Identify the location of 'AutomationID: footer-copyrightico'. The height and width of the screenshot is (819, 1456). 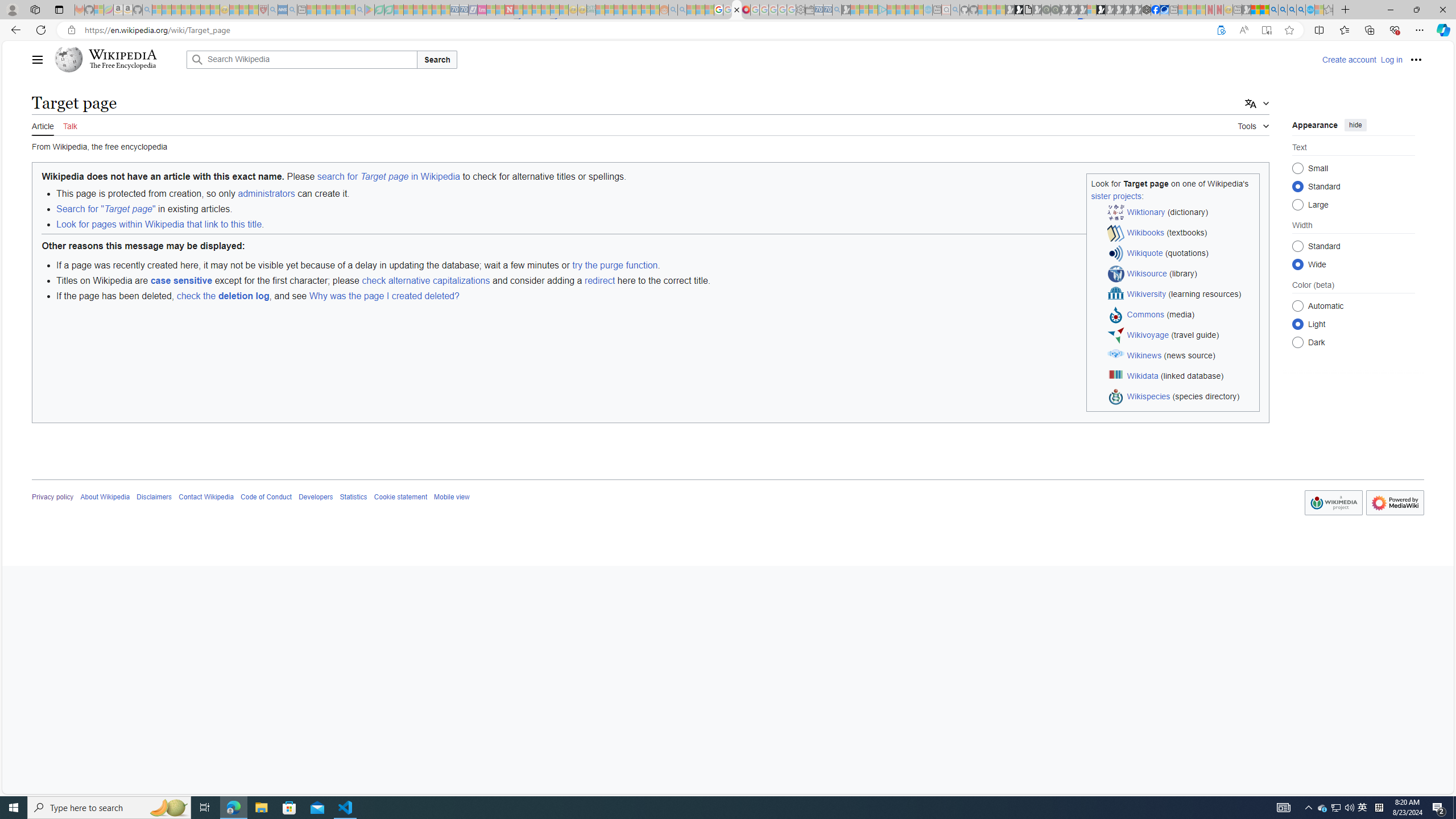
(1333, 503).